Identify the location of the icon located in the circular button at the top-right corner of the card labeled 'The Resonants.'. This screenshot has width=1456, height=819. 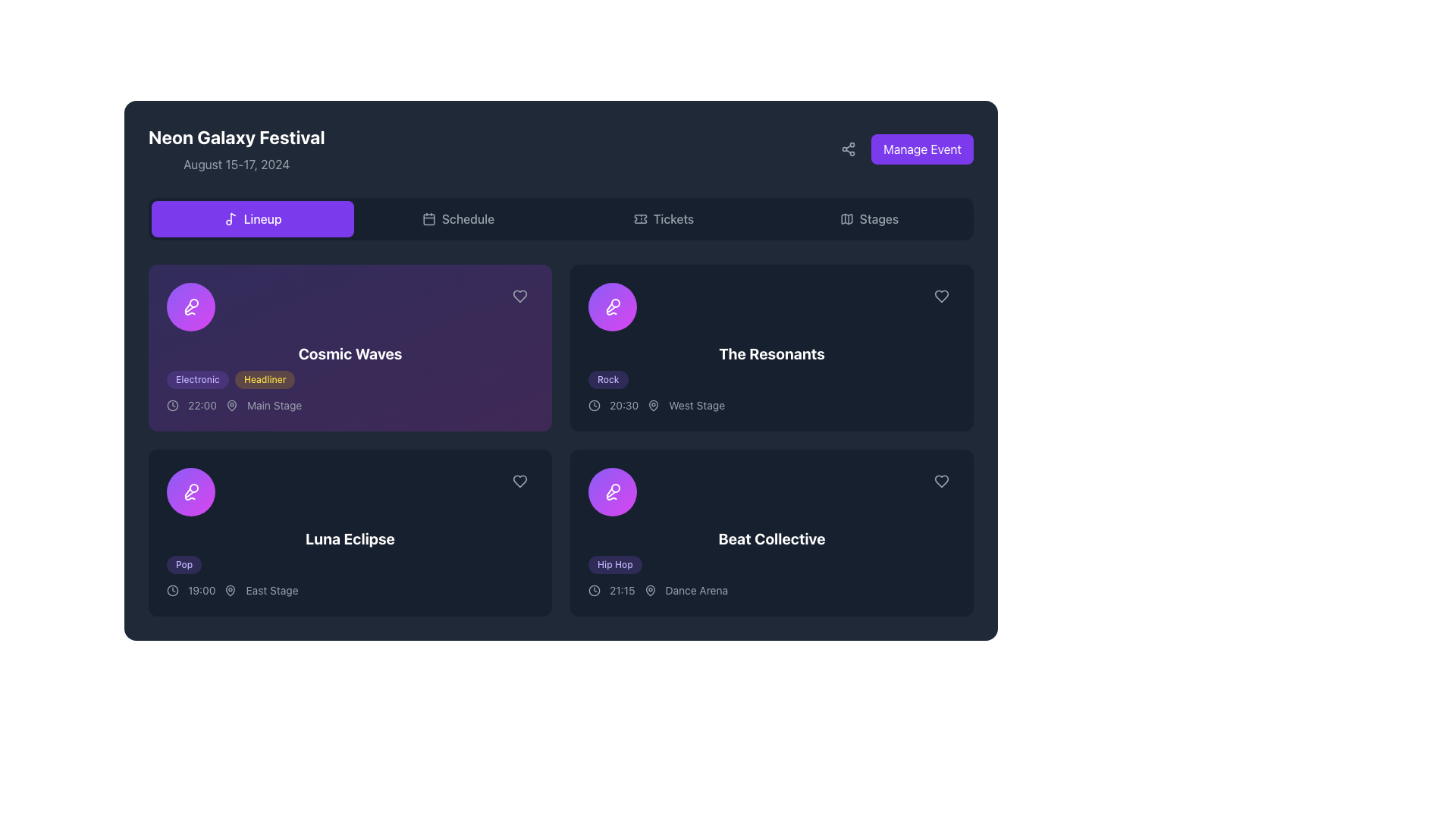
(190, 307).